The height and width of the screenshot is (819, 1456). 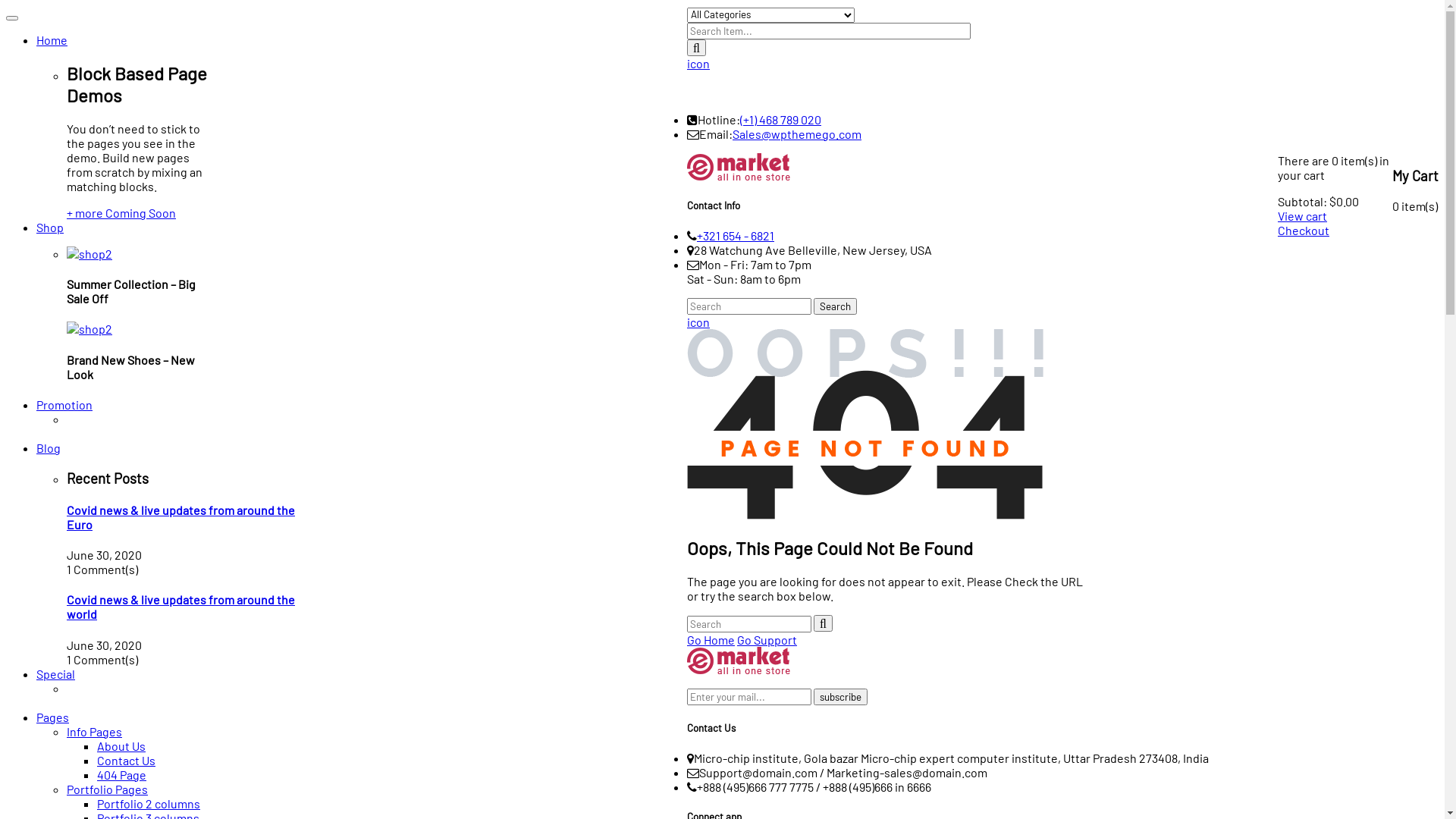 I want to click on '(+1) 468 789 020', so click(x=780, y=118).